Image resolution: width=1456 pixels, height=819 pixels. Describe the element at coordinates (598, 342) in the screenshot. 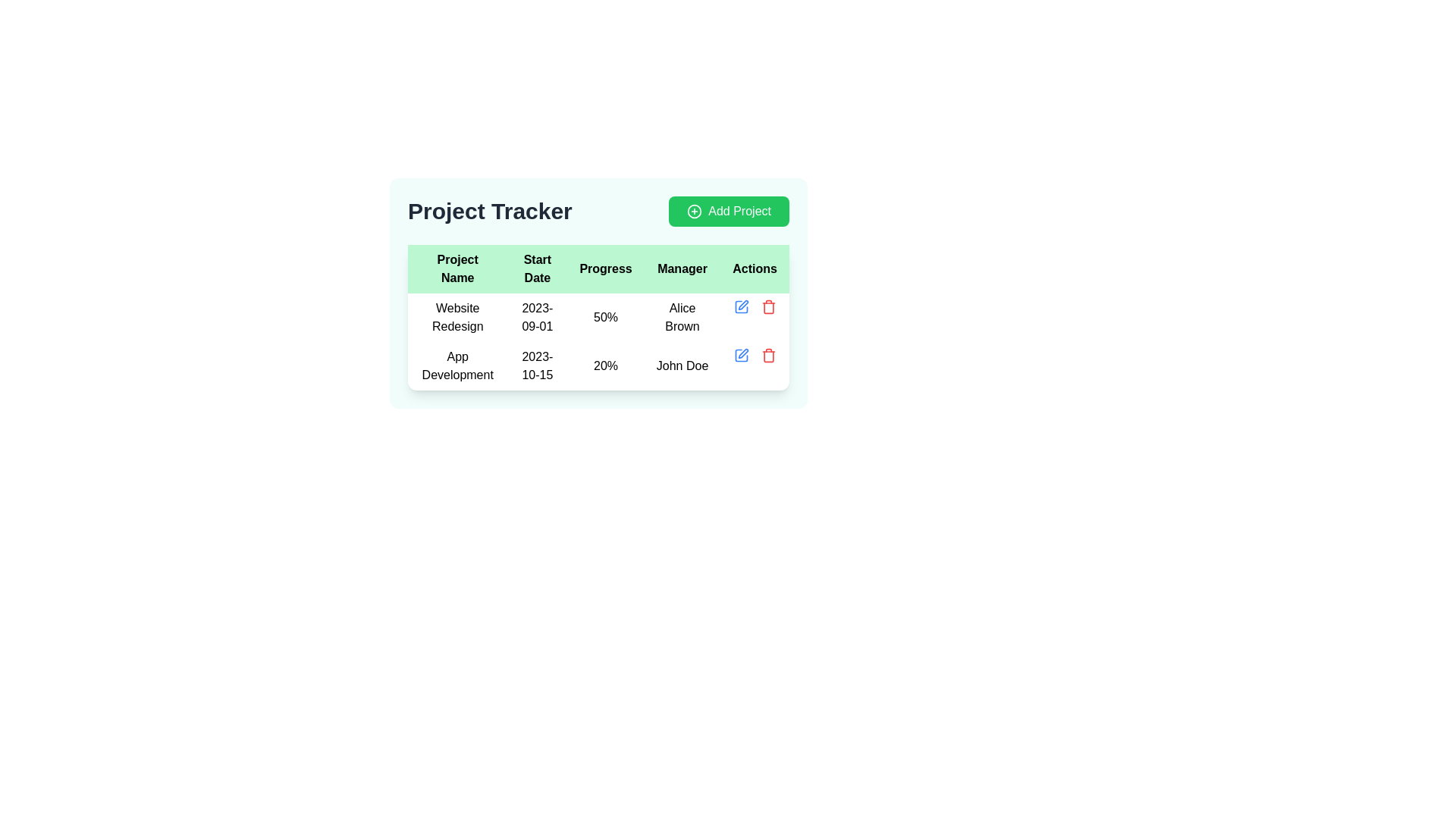

I see `the second row of the Project Tracker table displaying project data for 'App Development'` at that location.